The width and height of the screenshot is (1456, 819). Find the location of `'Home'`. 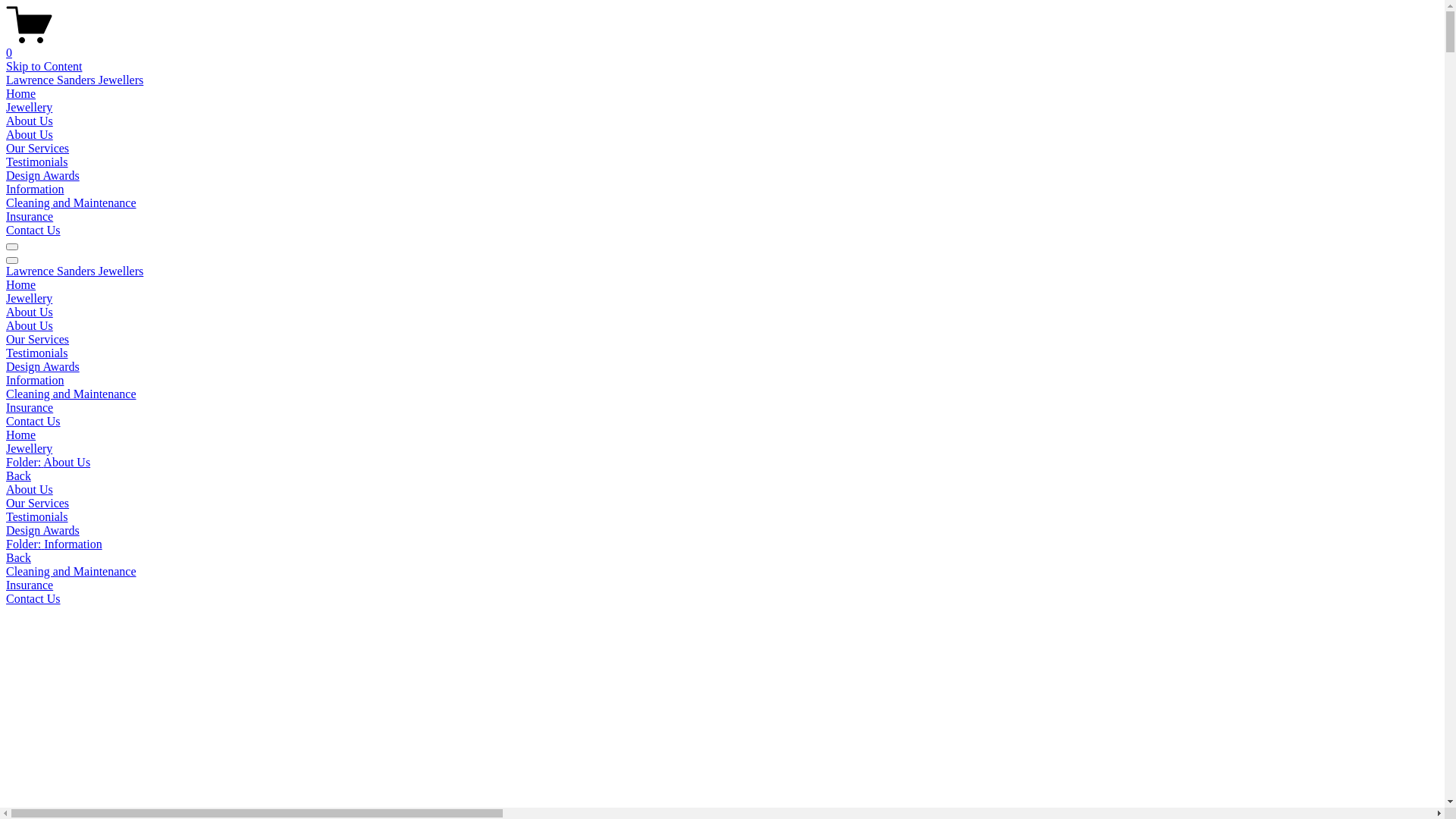

'Home' is located at coordinates (6, 93).